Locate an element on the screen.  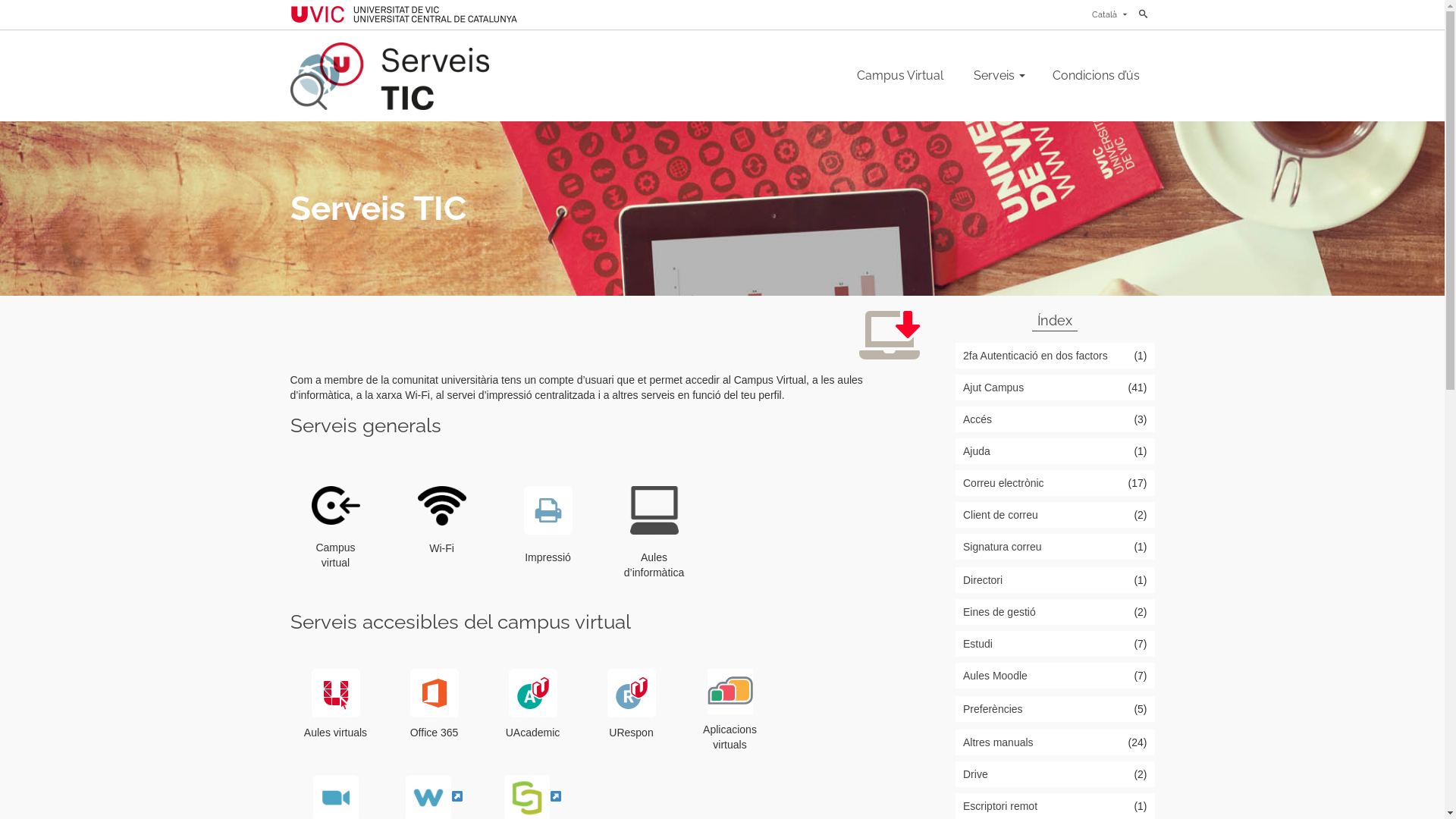
'Aules Moodle' is located at coordinates (1054, 675).